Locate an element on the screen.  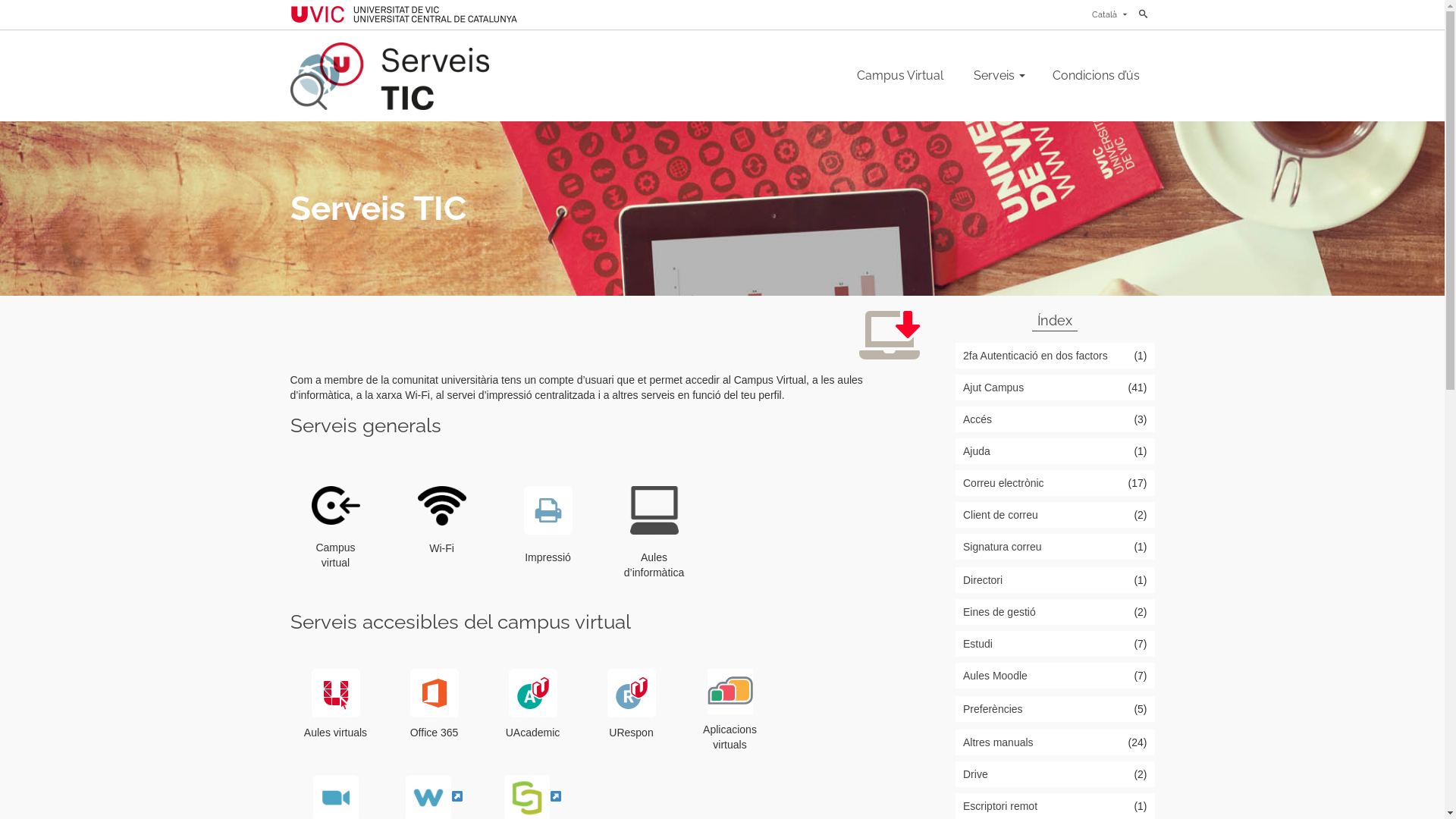
'Aules Moodle' is located at coordinates (1054, 675).